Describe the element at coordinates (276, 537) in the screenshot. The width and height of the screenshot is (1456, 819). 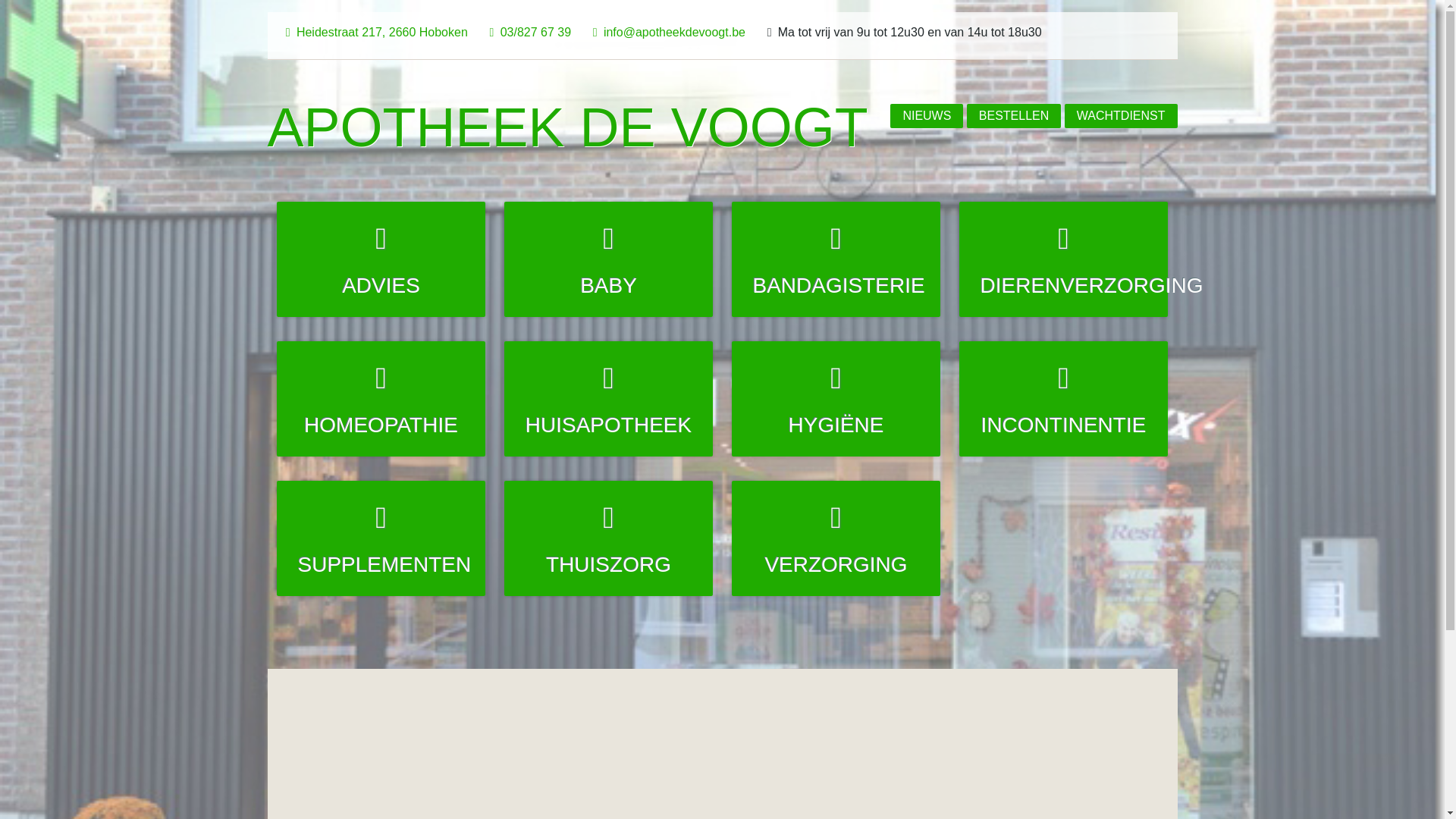
I see `'SUPPLEMENTEN'` at that location.